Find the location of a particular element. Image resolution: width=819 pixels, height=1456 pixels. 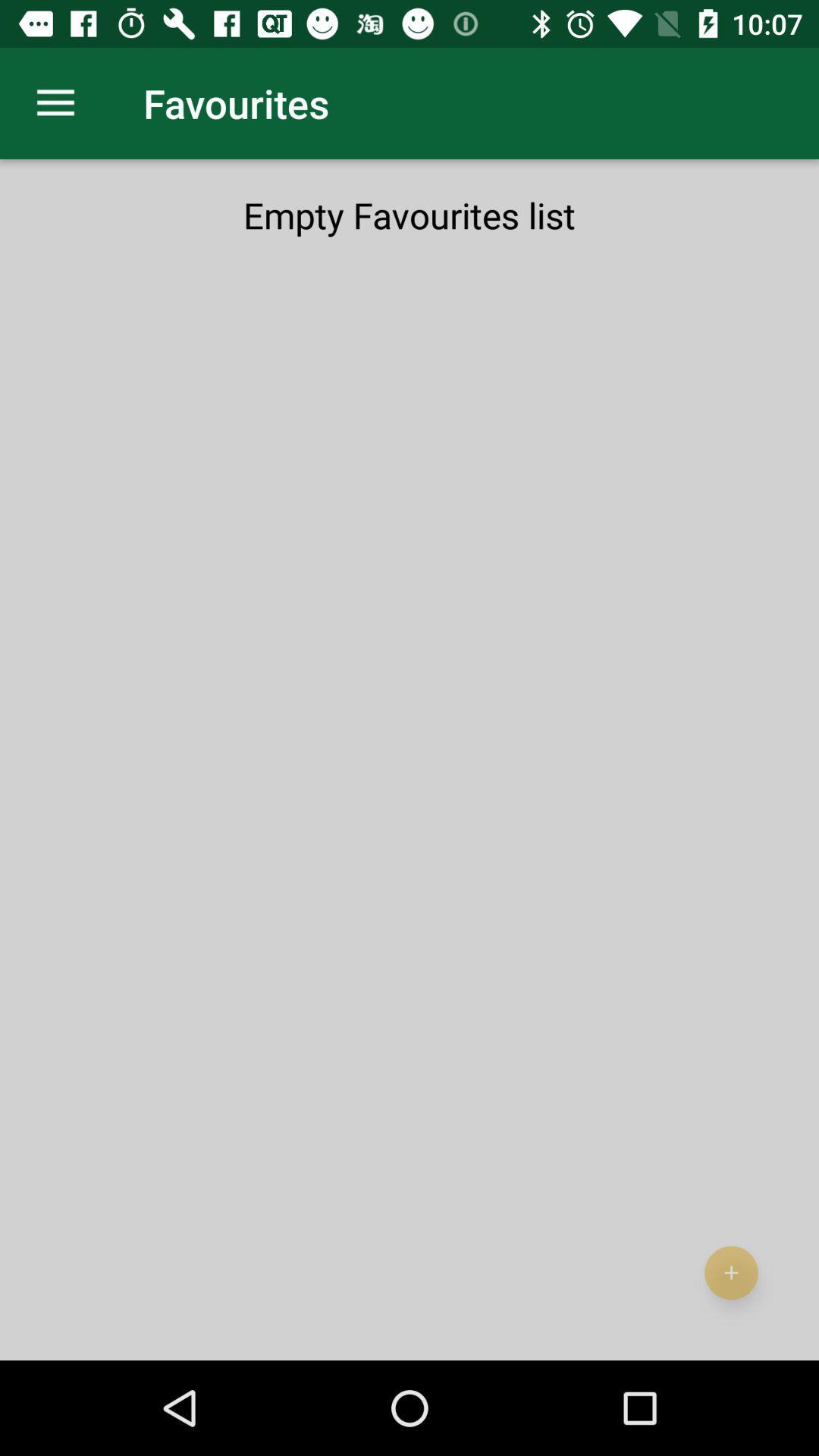

item to the left of favourites item is located at coordinates (55, 102).